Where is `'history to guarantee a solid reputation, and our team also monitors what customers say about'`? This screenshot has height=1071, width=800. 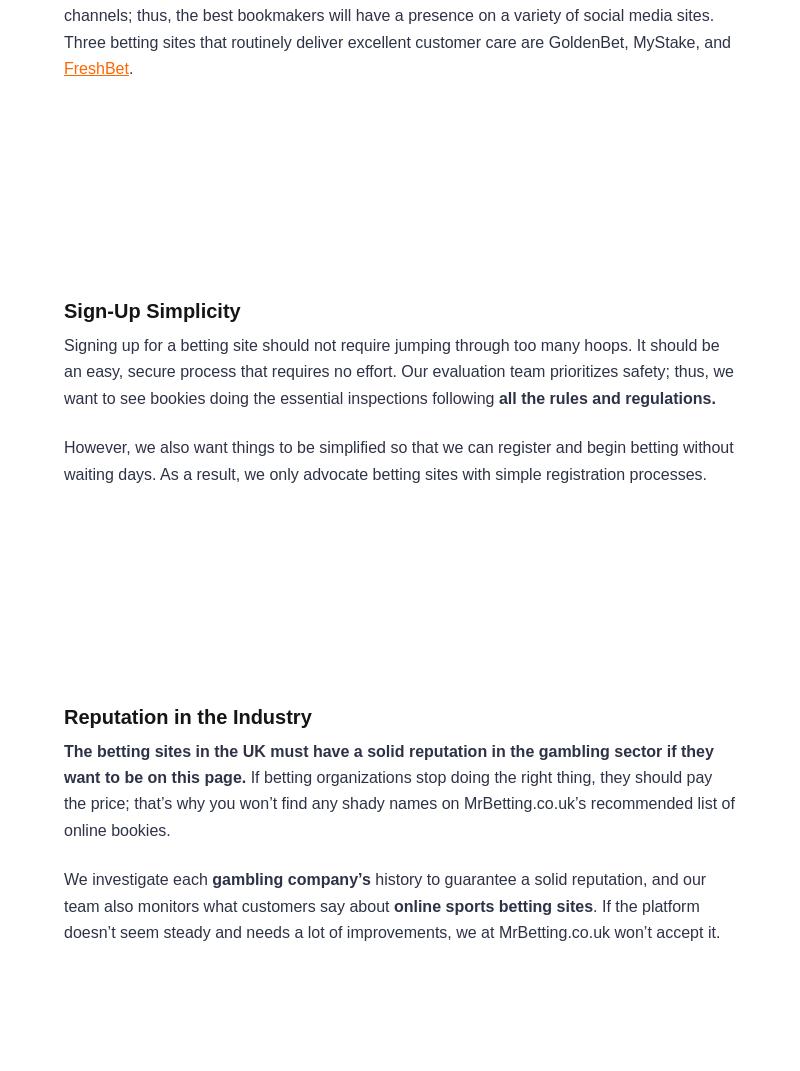 'history to guarantee a solid reputation, and our team also monitors what customers say about' is located at coordinates (383, 892).